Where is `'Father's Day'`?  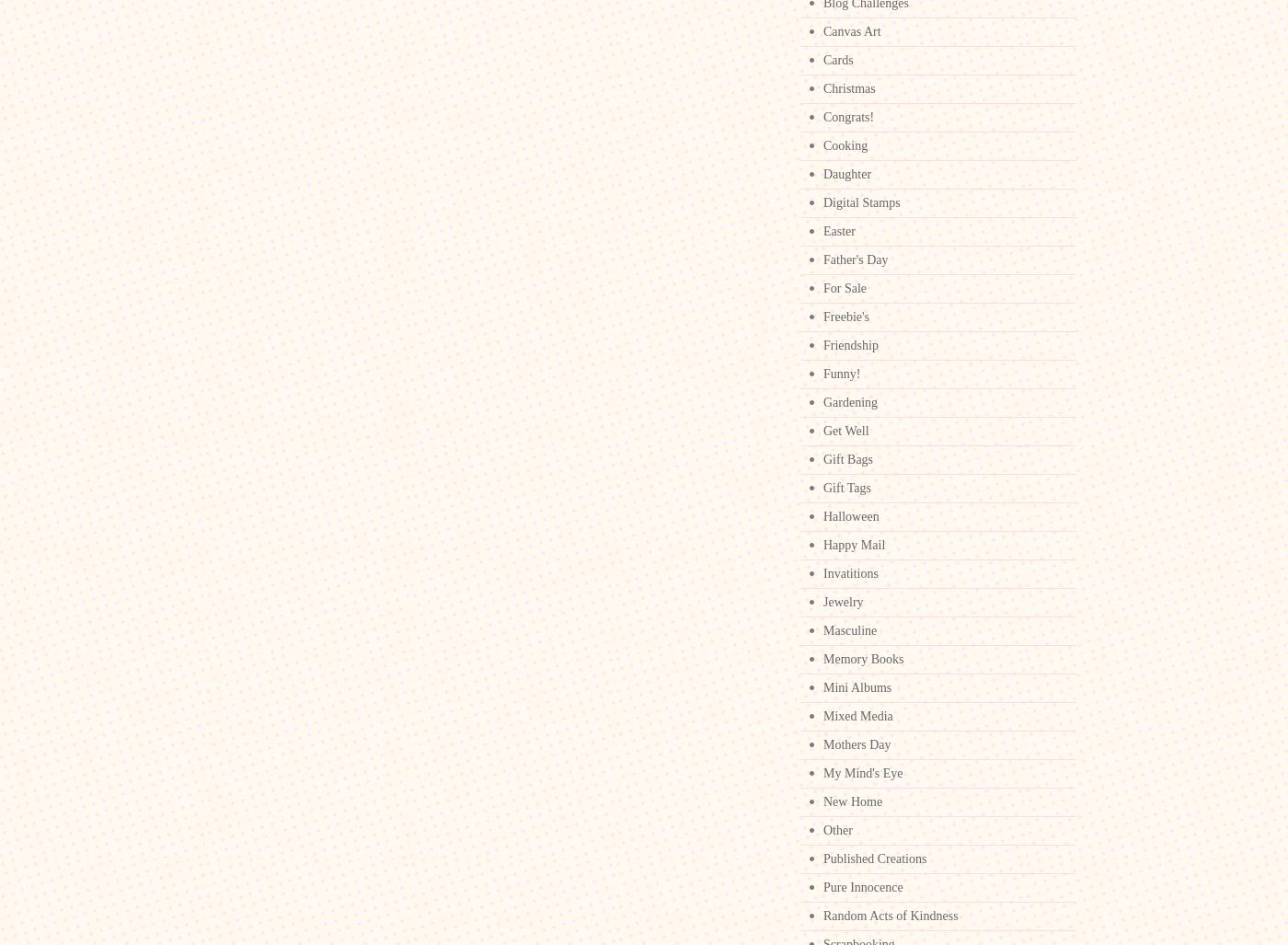
'Father's Day' is located at coordinates (856, 259).